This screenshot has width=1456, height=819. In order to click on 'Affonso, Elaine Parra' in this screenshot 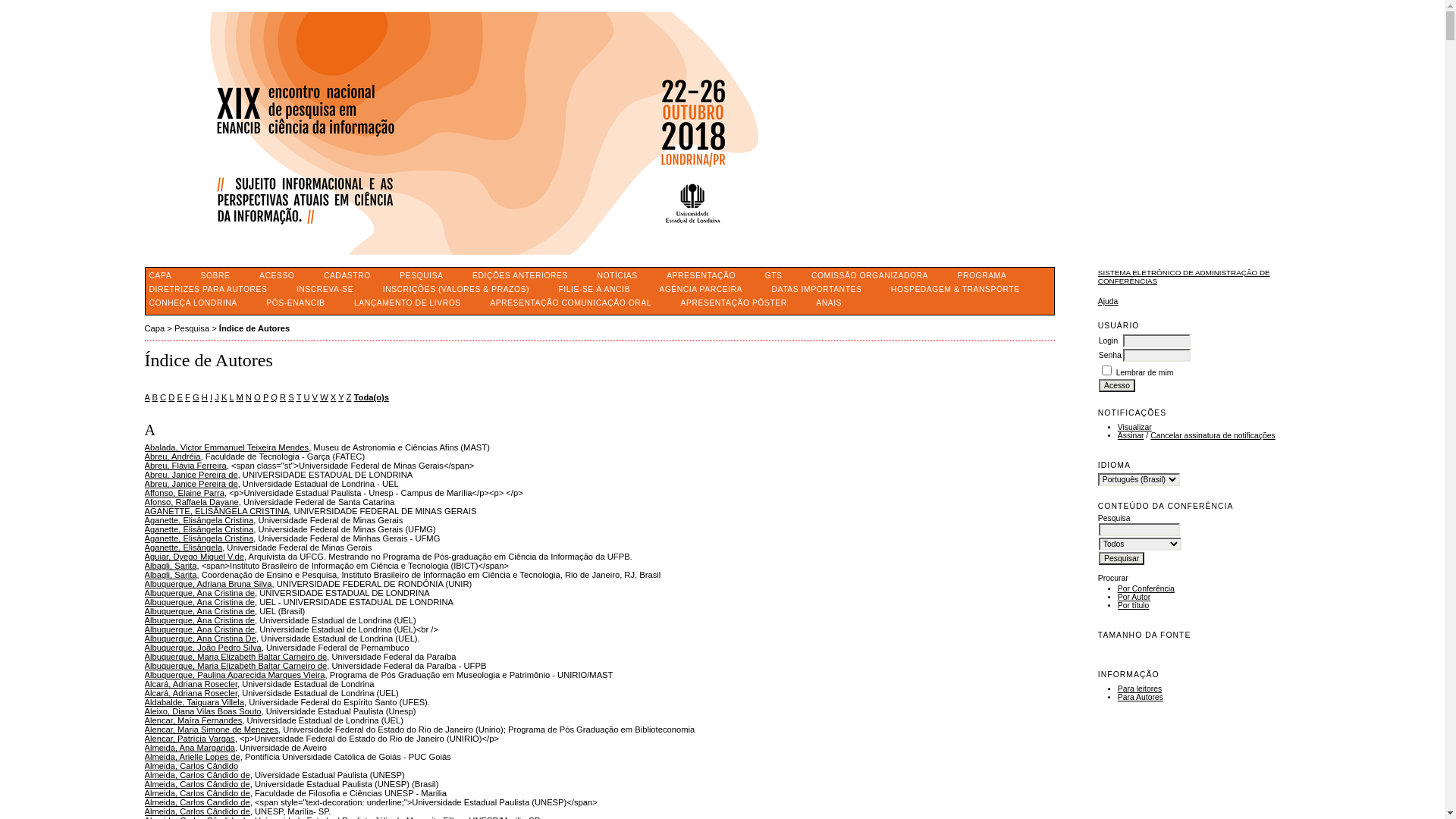, I will do `click(144, 493)`.